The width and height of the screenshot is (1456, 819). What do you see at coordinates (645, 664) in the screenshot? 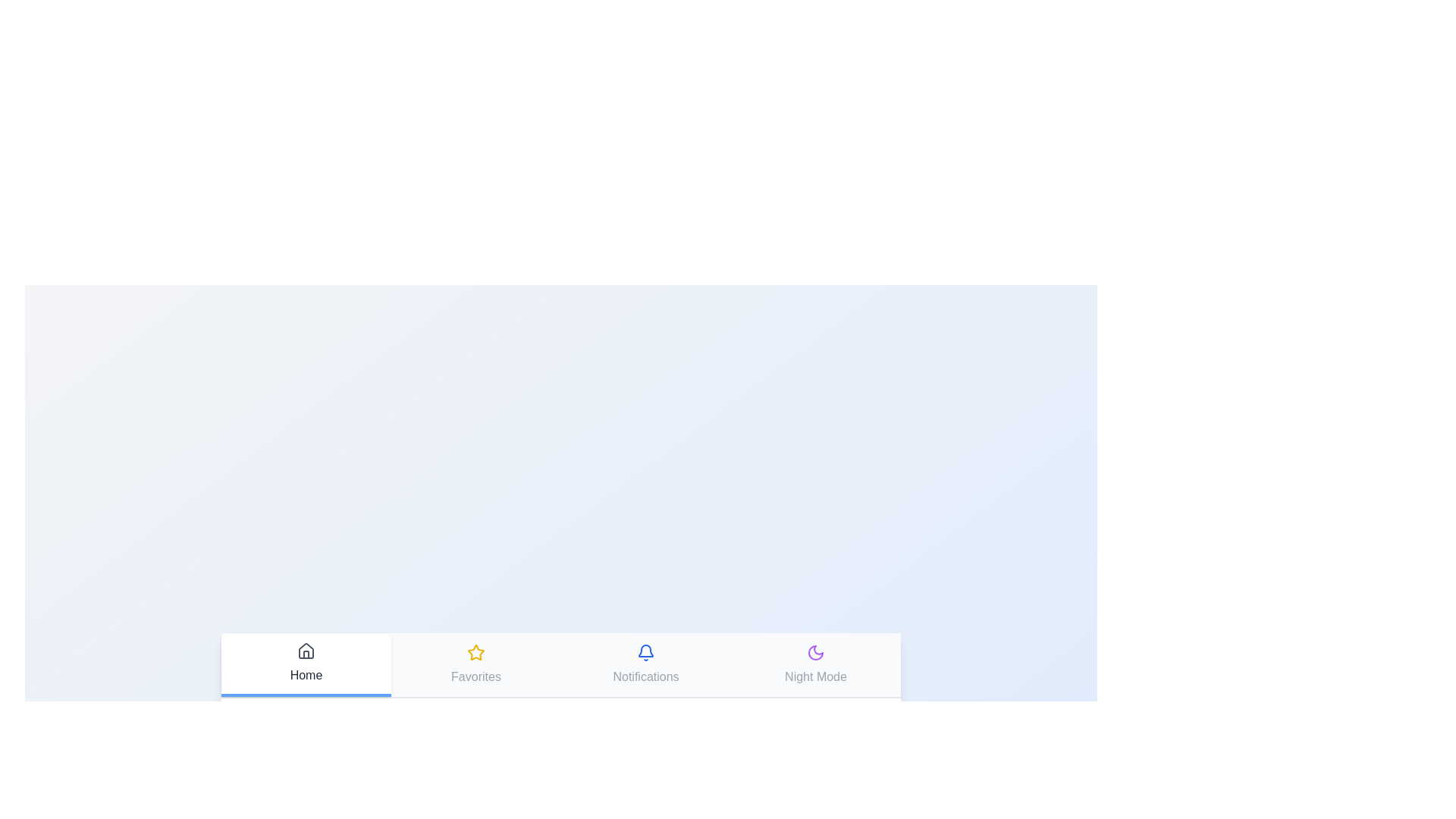
I see `the tab labeled Notifications` at bounding box center [645, 664].